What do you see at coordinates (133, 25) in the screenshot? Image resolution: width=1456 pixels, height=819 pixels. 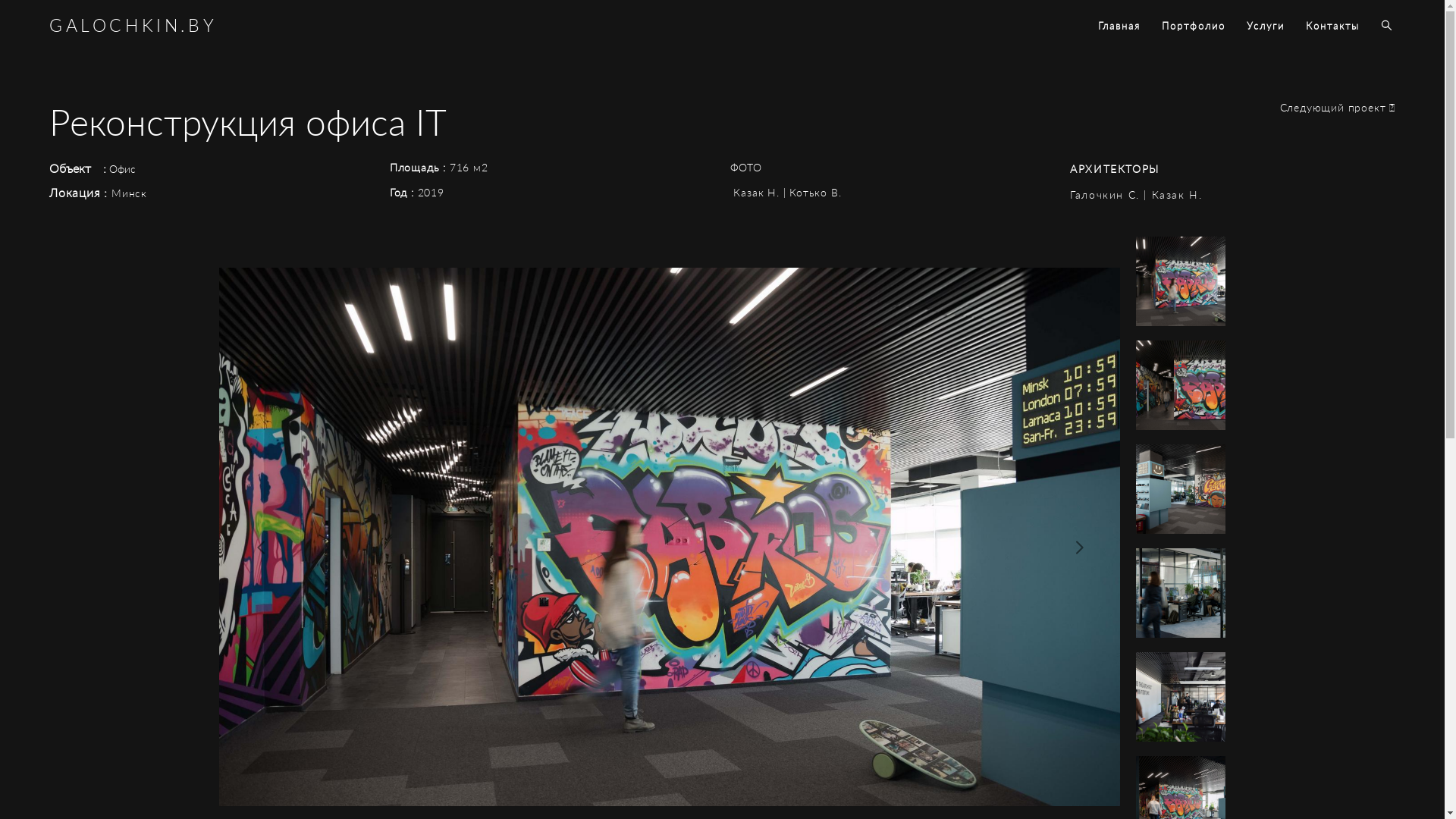 I see `'GALOCHKIN.BY'` at bounding box center [133, 25].